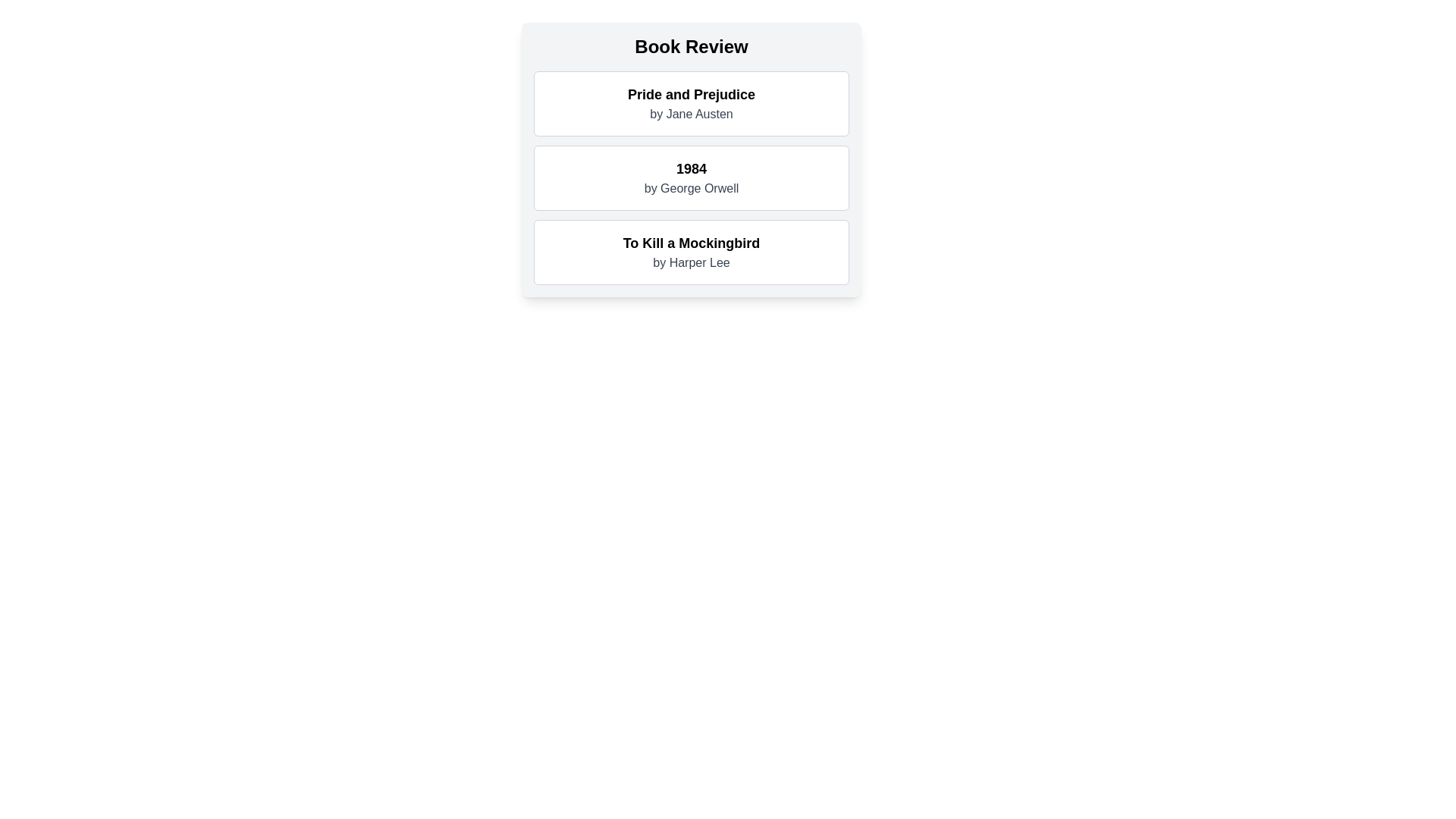 This screenshot has height=819, width=1456. Describe the element at coordinates (691, 177) in the screenshot. I see `the list item titled '1984' by George Orwell, which is the second item in a vertical list with a white background and gray border` at that location.